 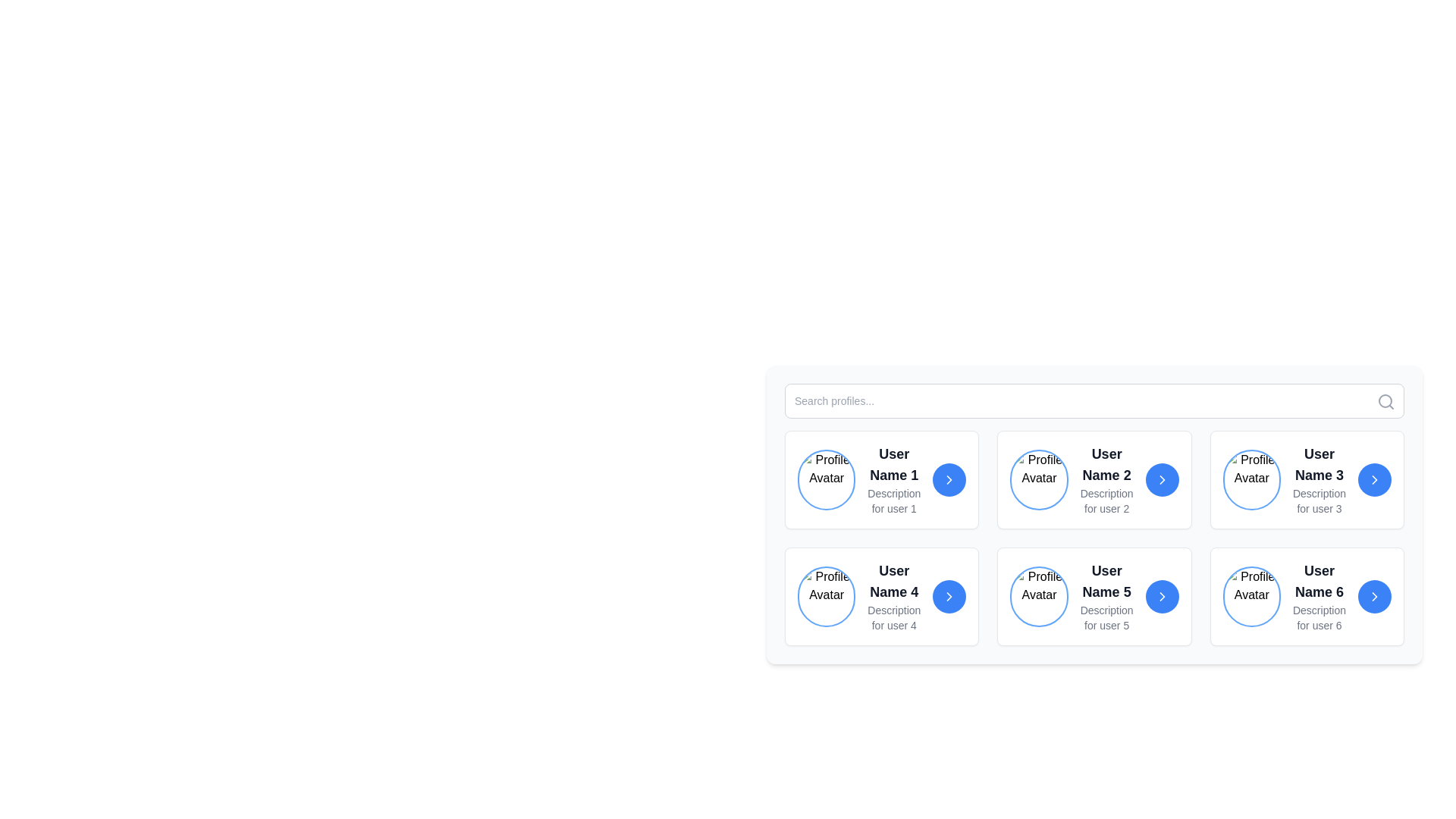 I want to click on the navigation button located in the top right corner of the profile card for 'User Name 3', so click(x=1375, y=479).